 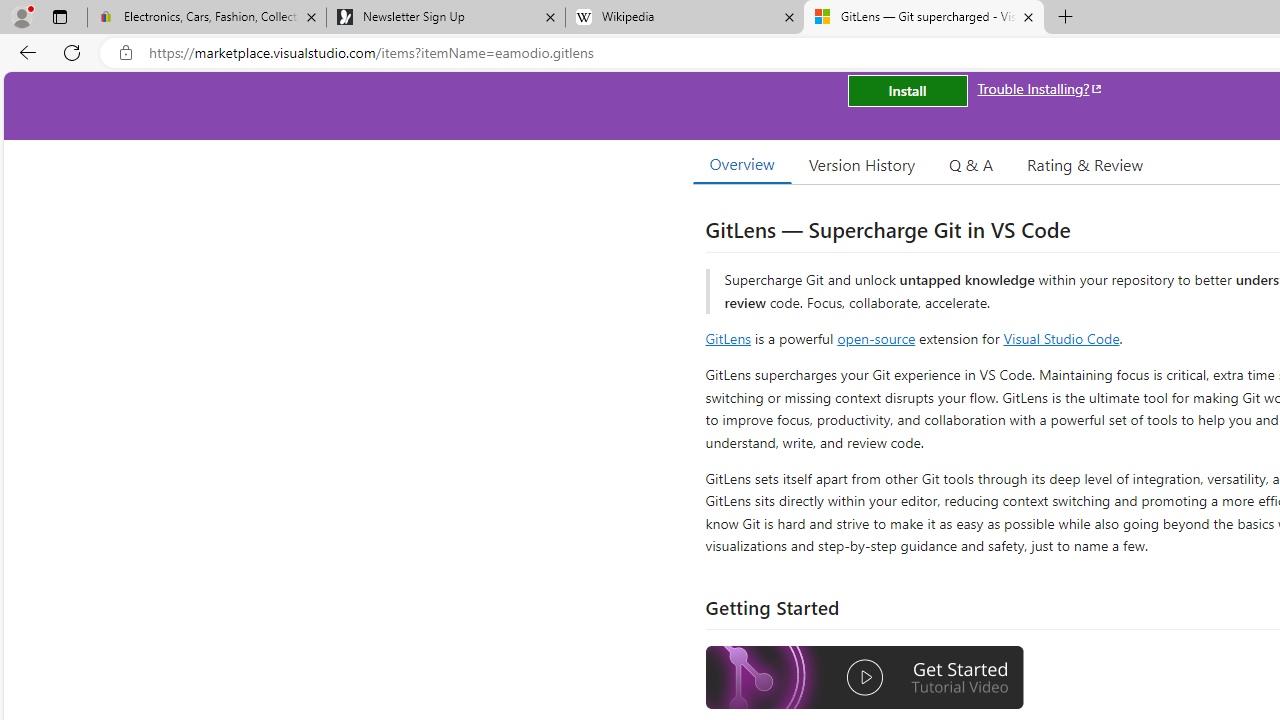 I want to click on 'Install', so click(x=906, y=91).